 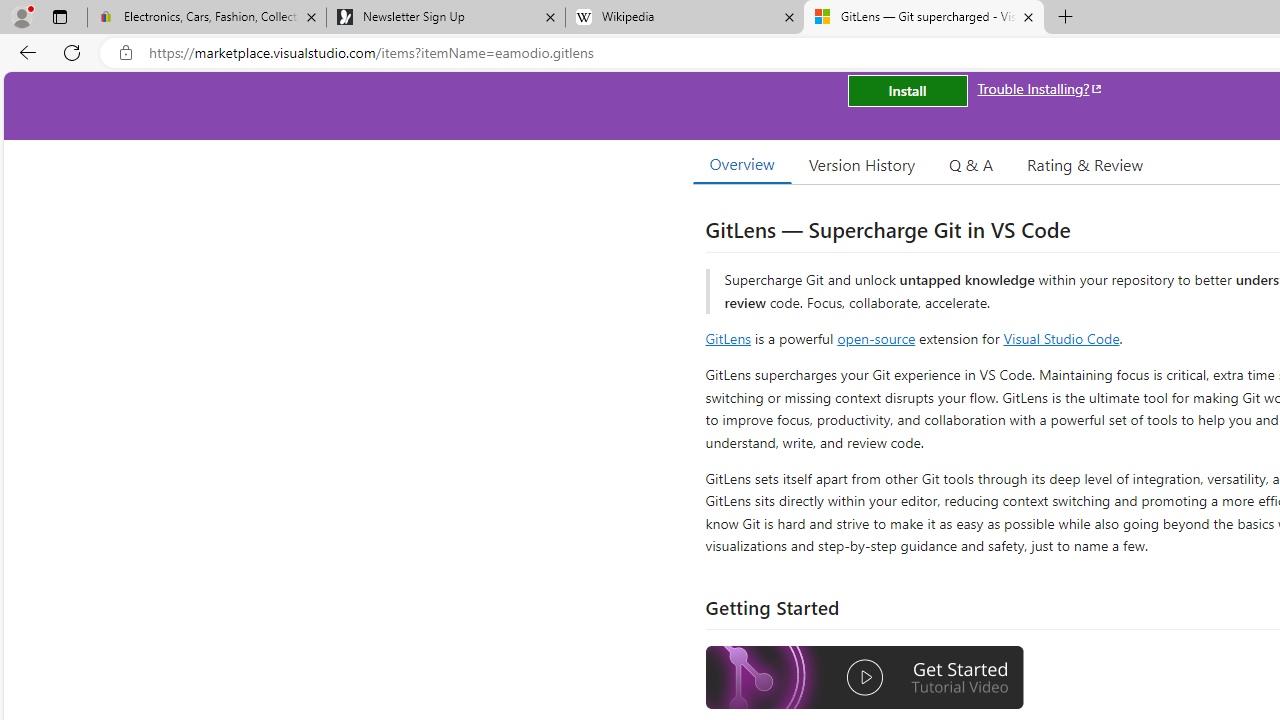 I want to click on 'Install', so click(x=906, y=91).